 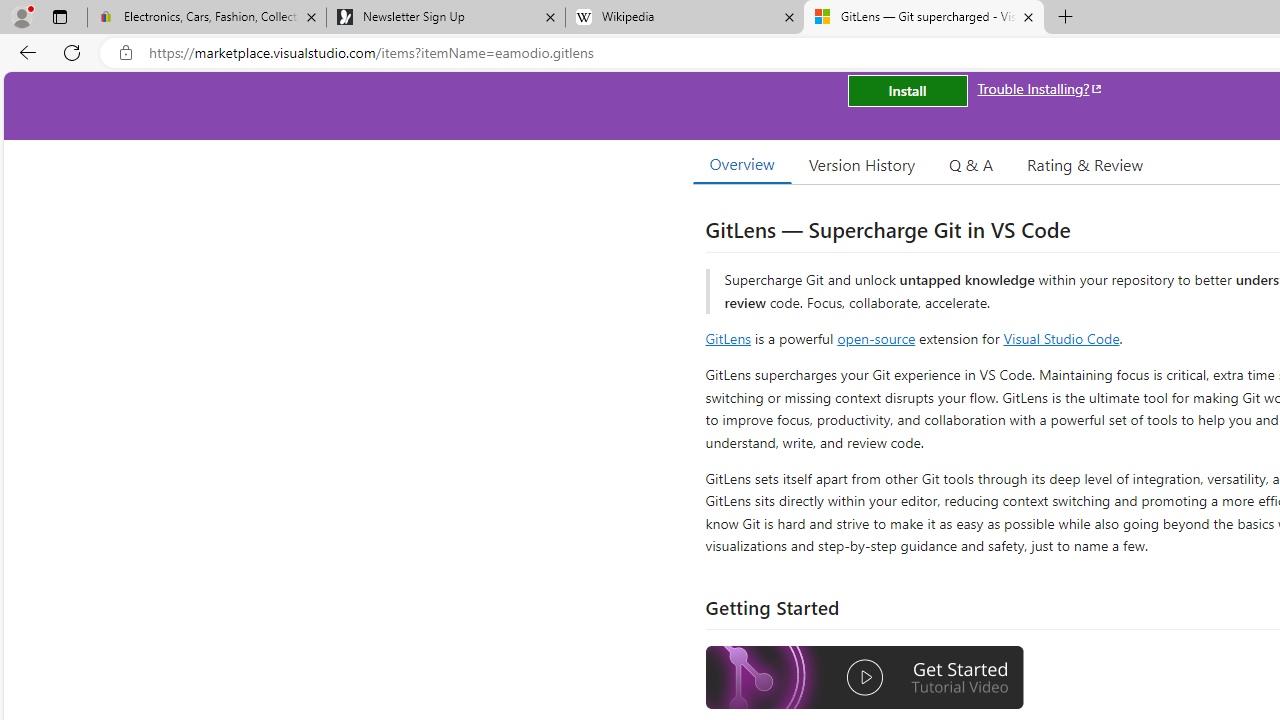 I want to click on 'Install', so click(x=906, y=91).